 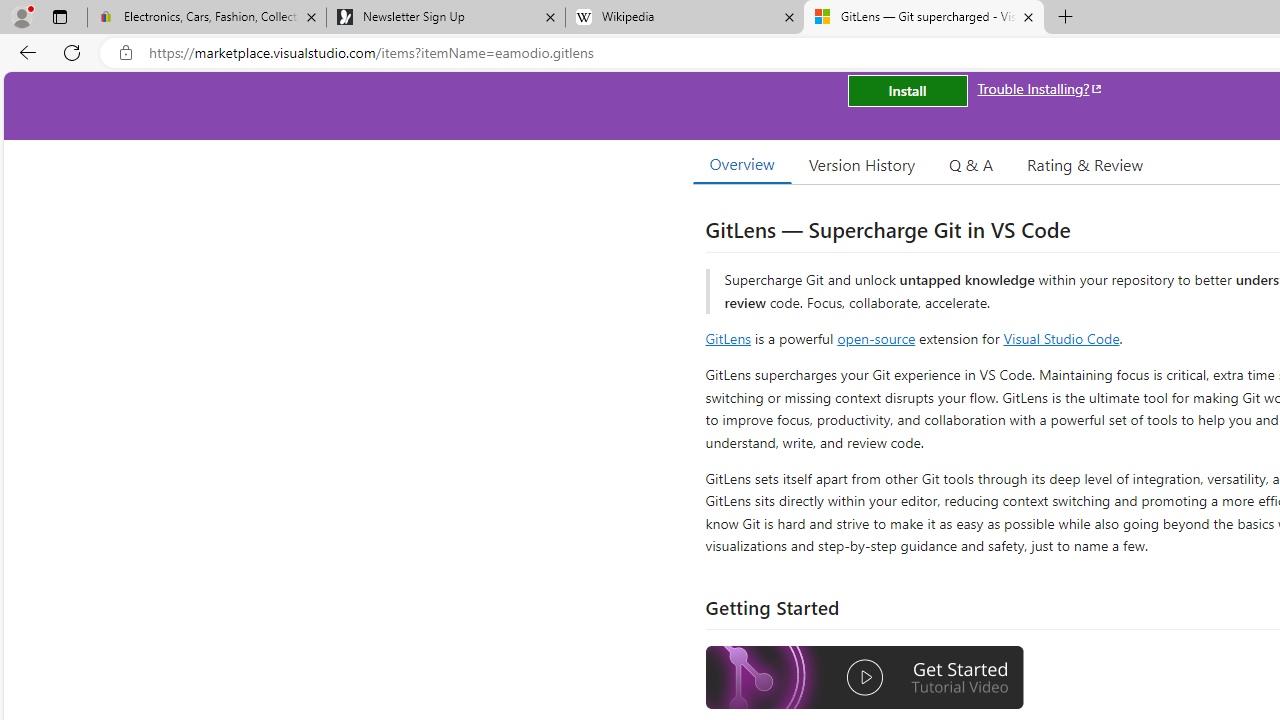 I want to click on 'Install', so click(x=906, y=91).